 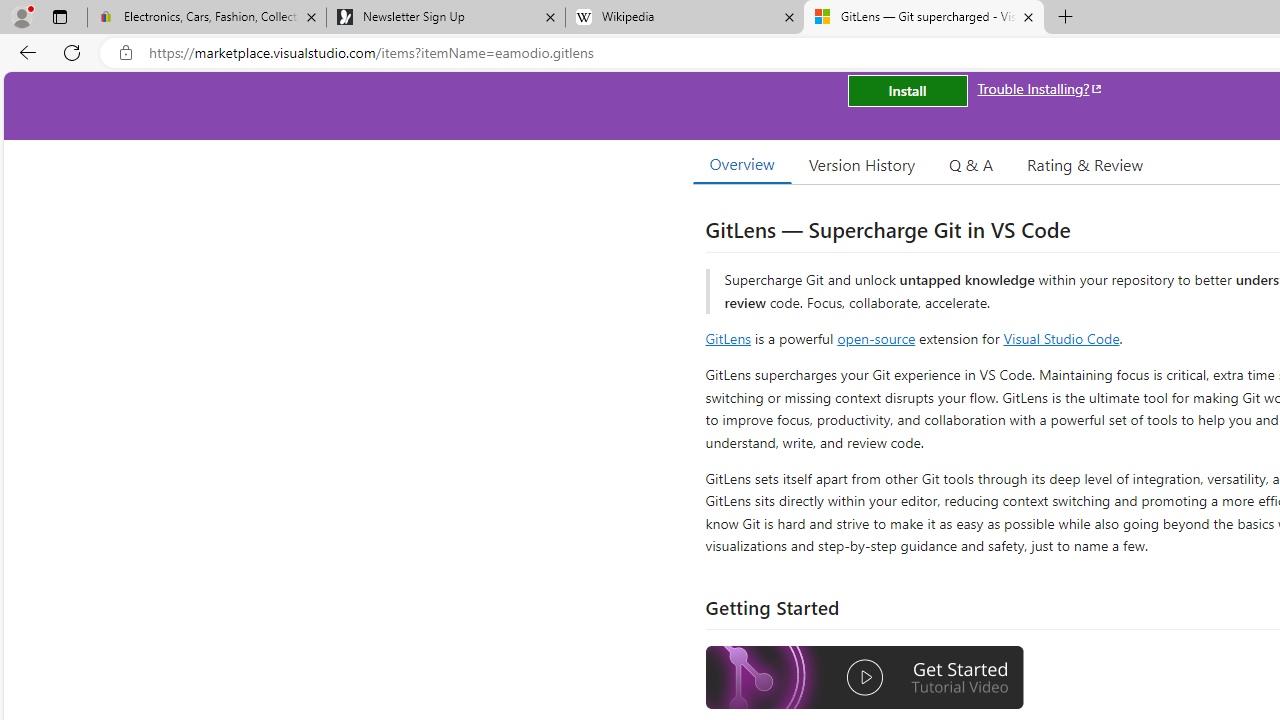 I want to click on 'Install', so click(x=906, y=91).